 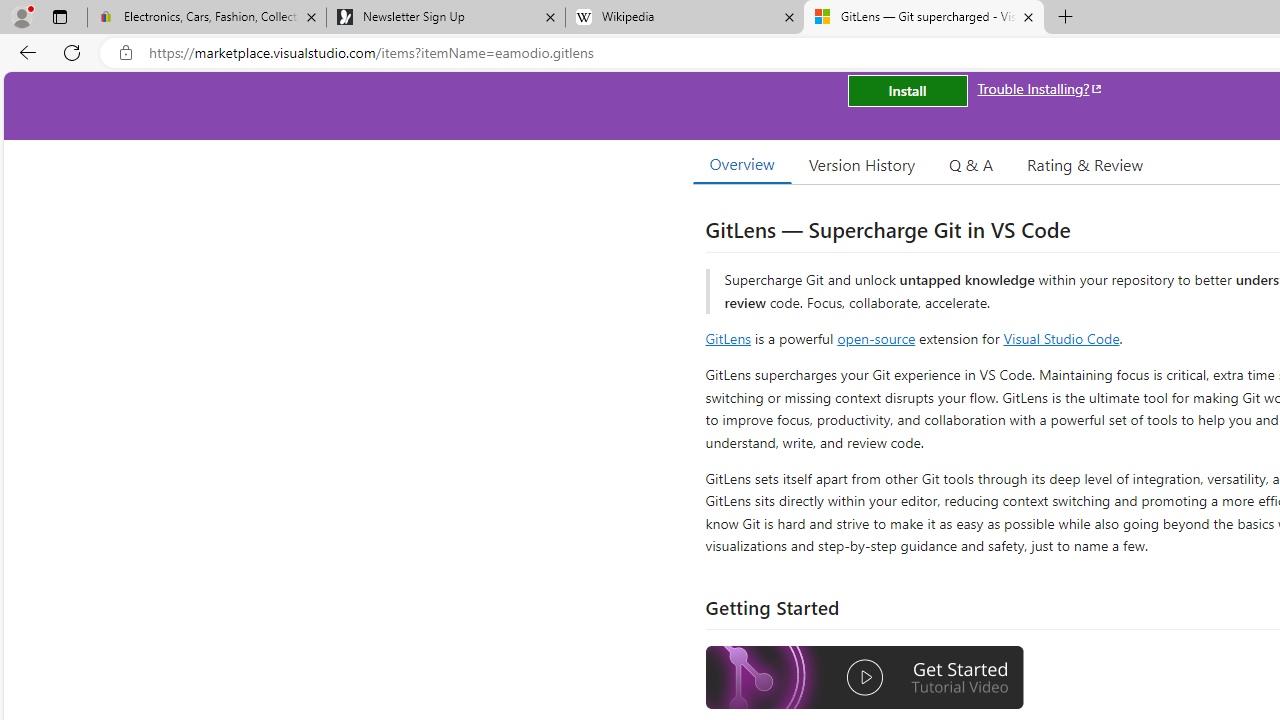 I want to click on 'Install', so click(x=906, y=91).